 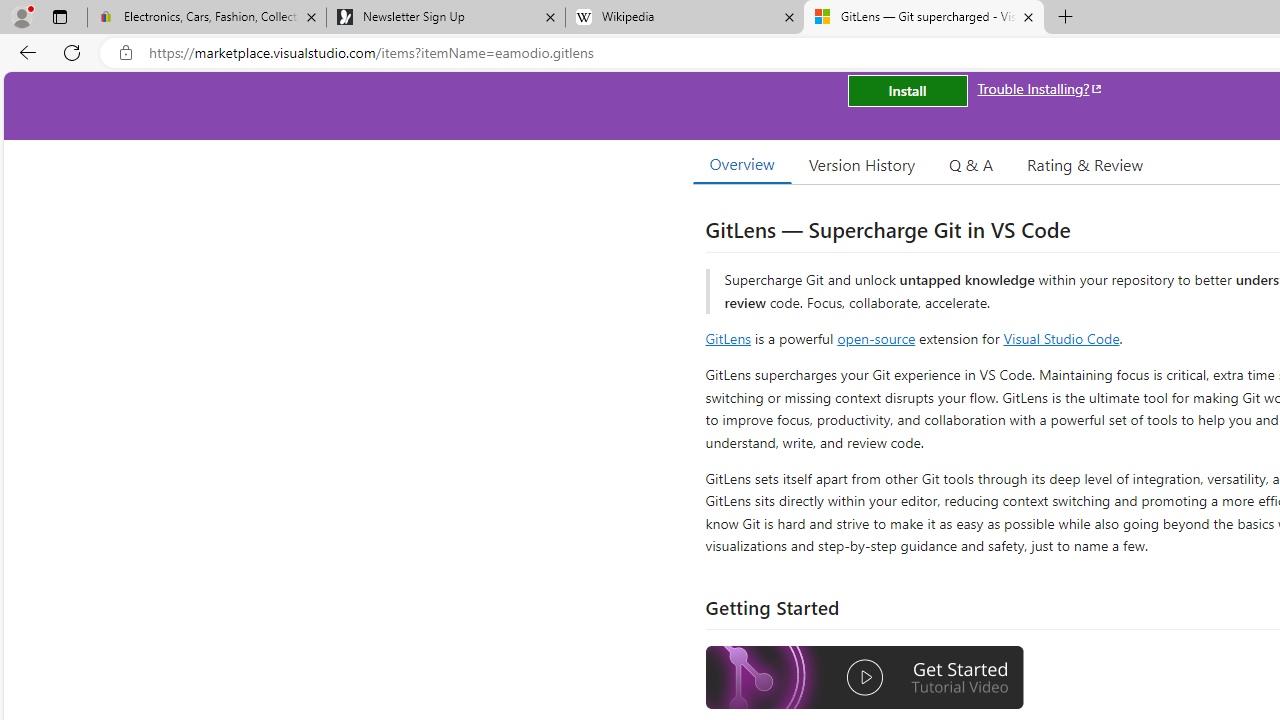 I want to click on 'Install', so click(x=906, y=91).